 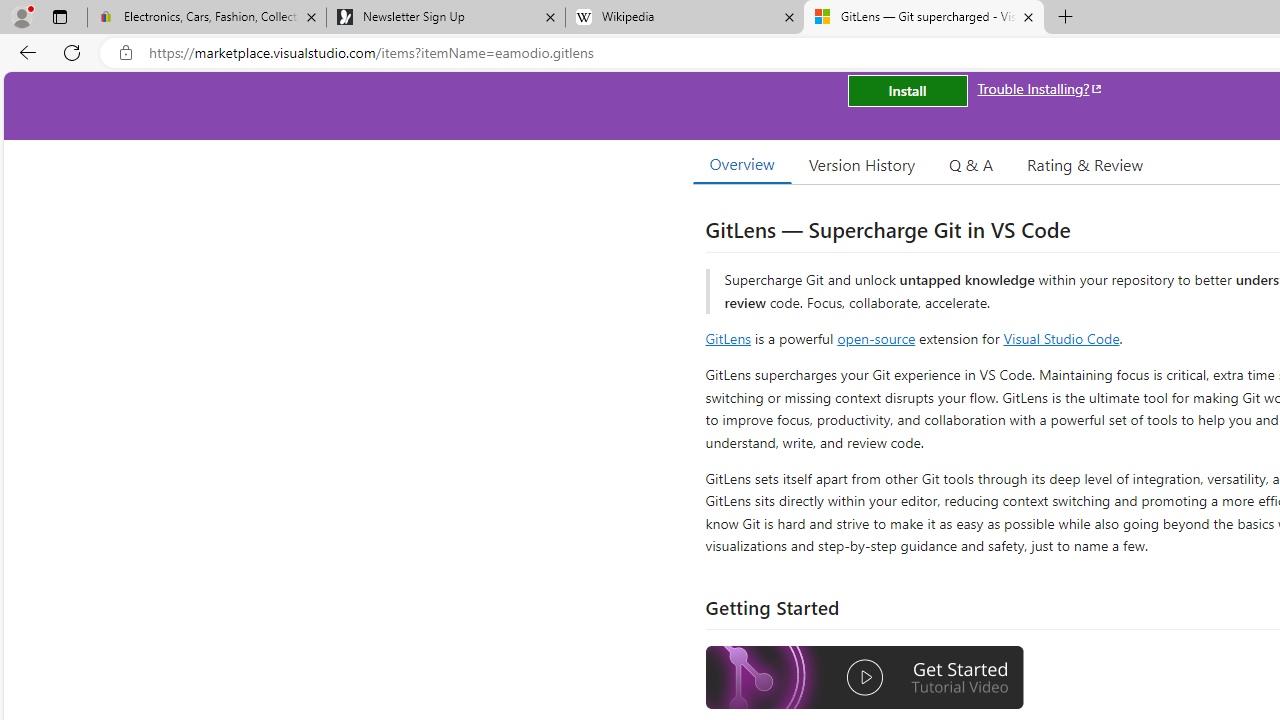 I want to click on 'Install', so click(x=906, y=91).